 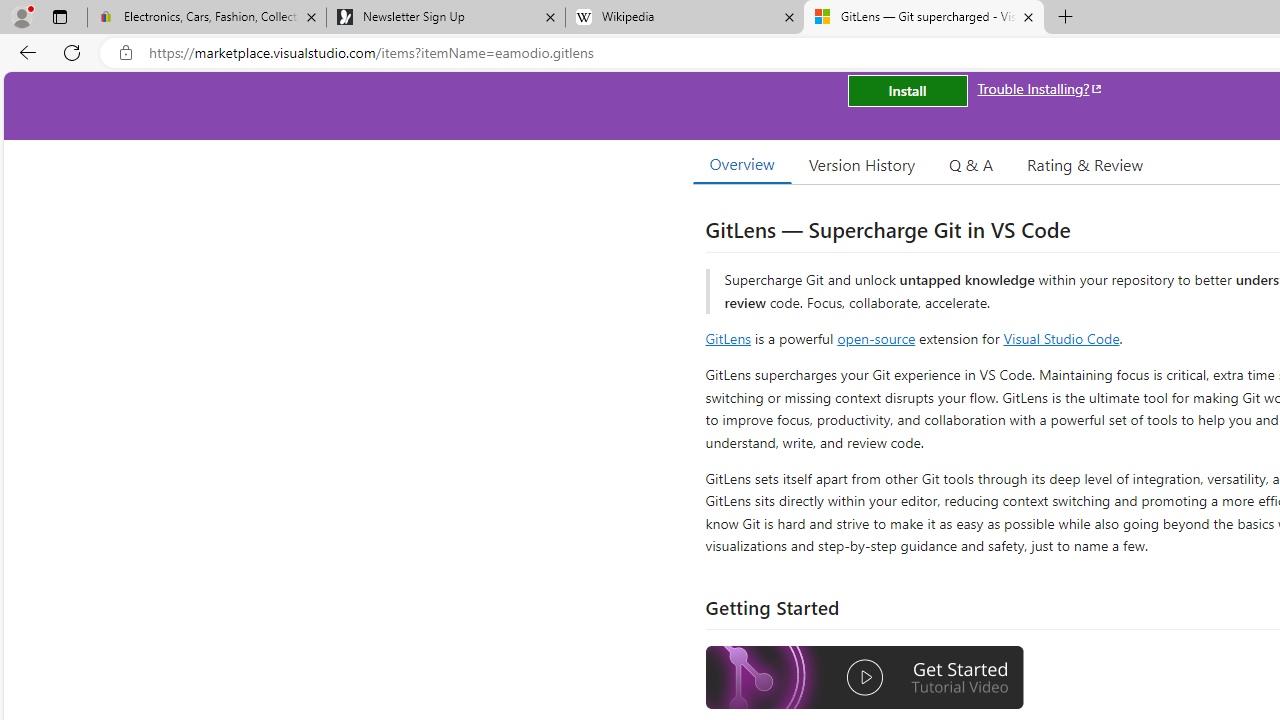 I want to click on 'Install', so click(x=906, y=91).